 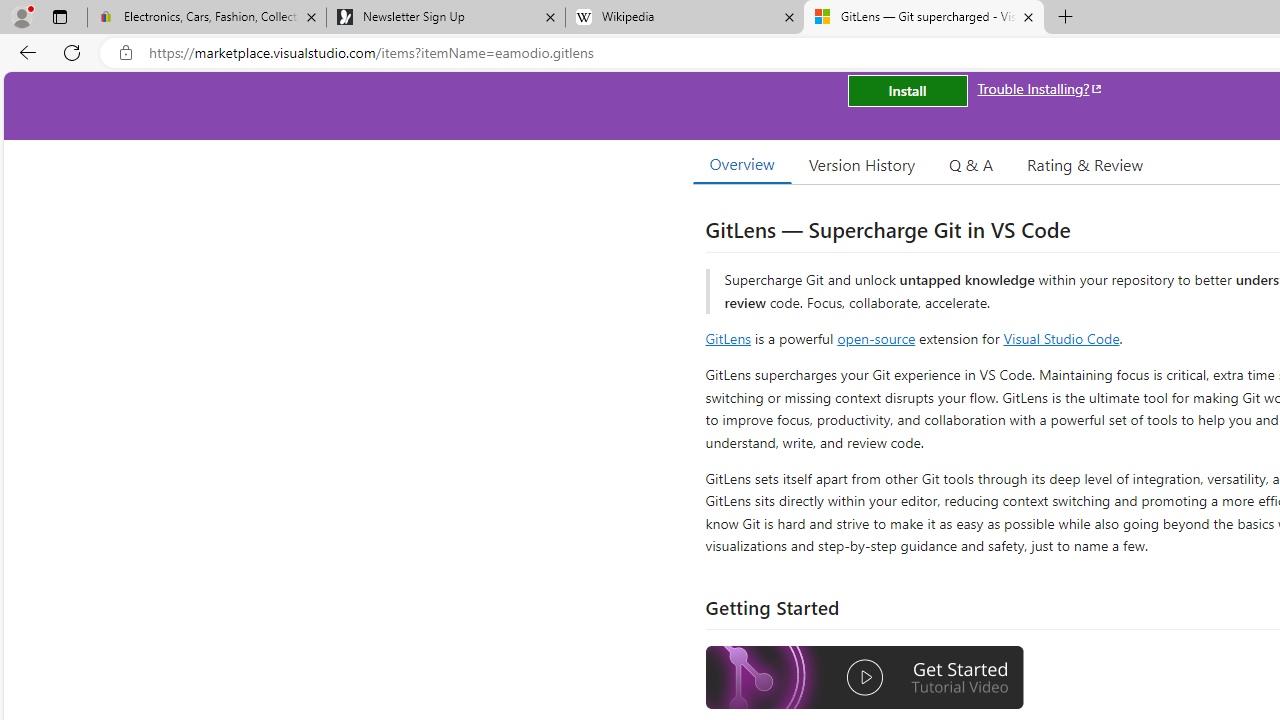 I want to click on 'Install', so click(x=906, y=91).